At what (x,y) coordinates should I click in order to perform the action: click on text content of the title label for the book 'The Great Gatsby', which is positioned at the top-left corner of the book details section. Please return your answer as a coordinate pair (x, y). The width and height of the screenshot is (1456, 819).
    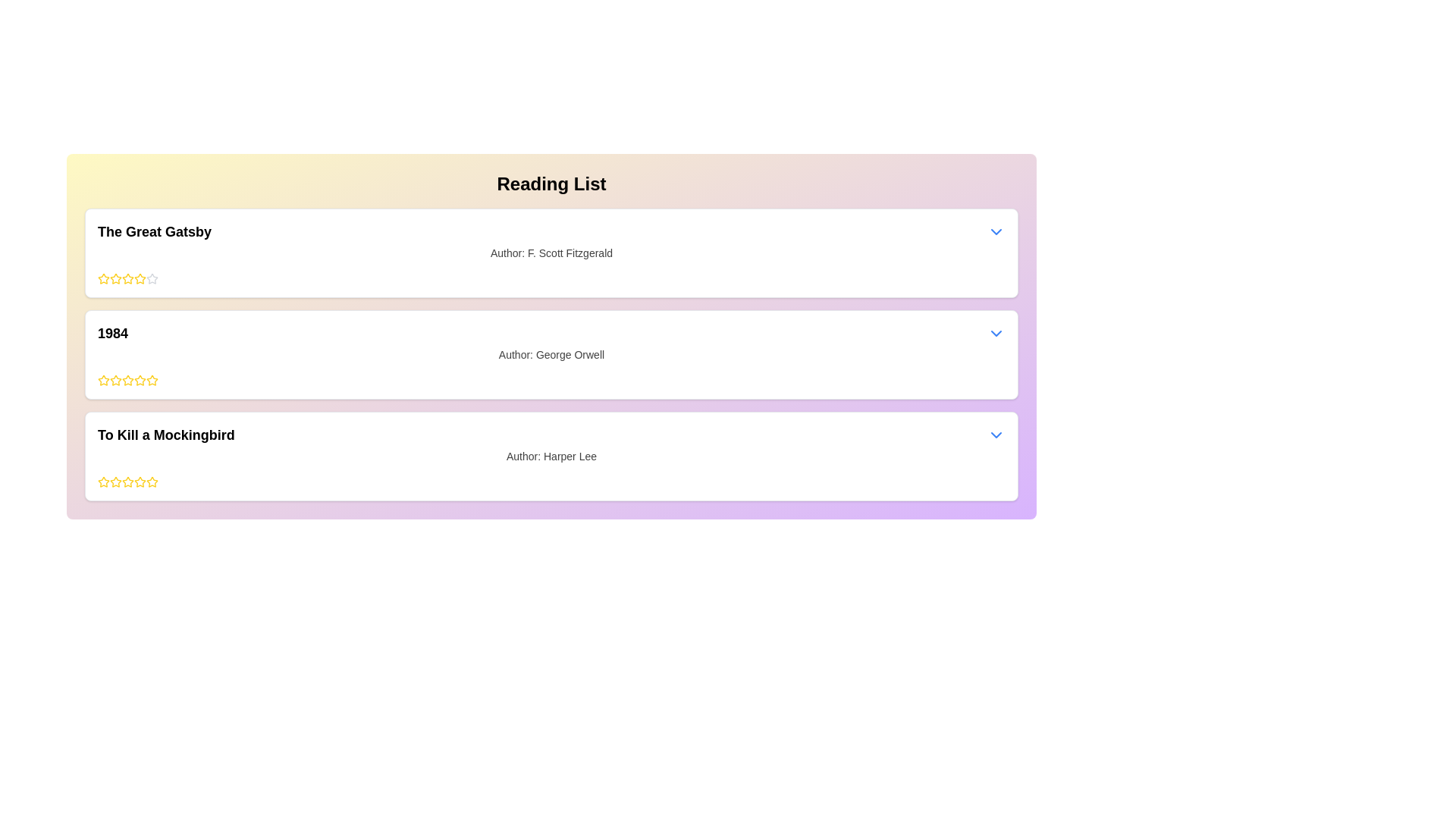
    Looking at the image, I should click on (155, 231).